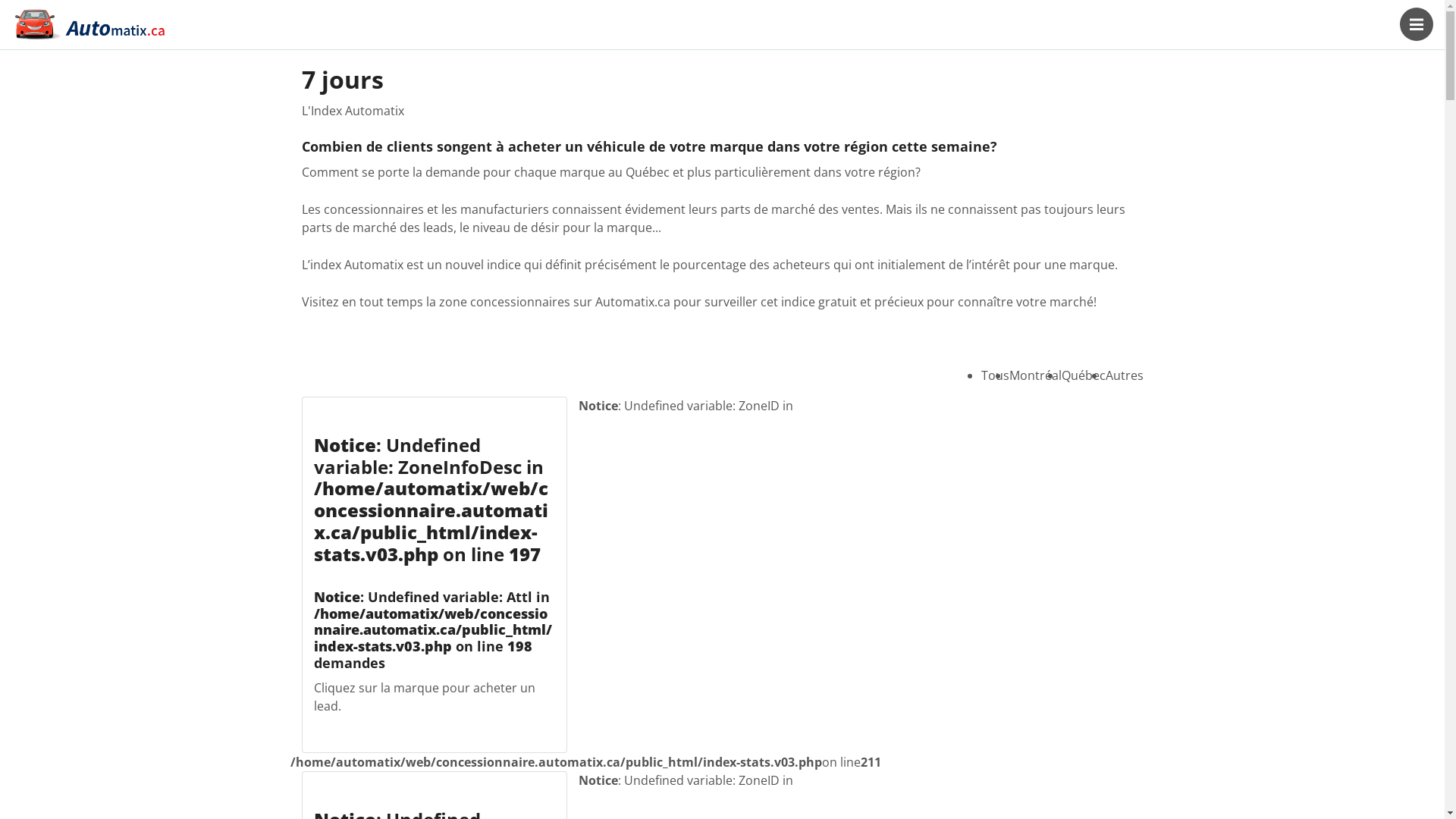  What do you see at coordinates (1399, 24) in the screenshot?
I see `'Menu'` at bounding box center [1399, 24].